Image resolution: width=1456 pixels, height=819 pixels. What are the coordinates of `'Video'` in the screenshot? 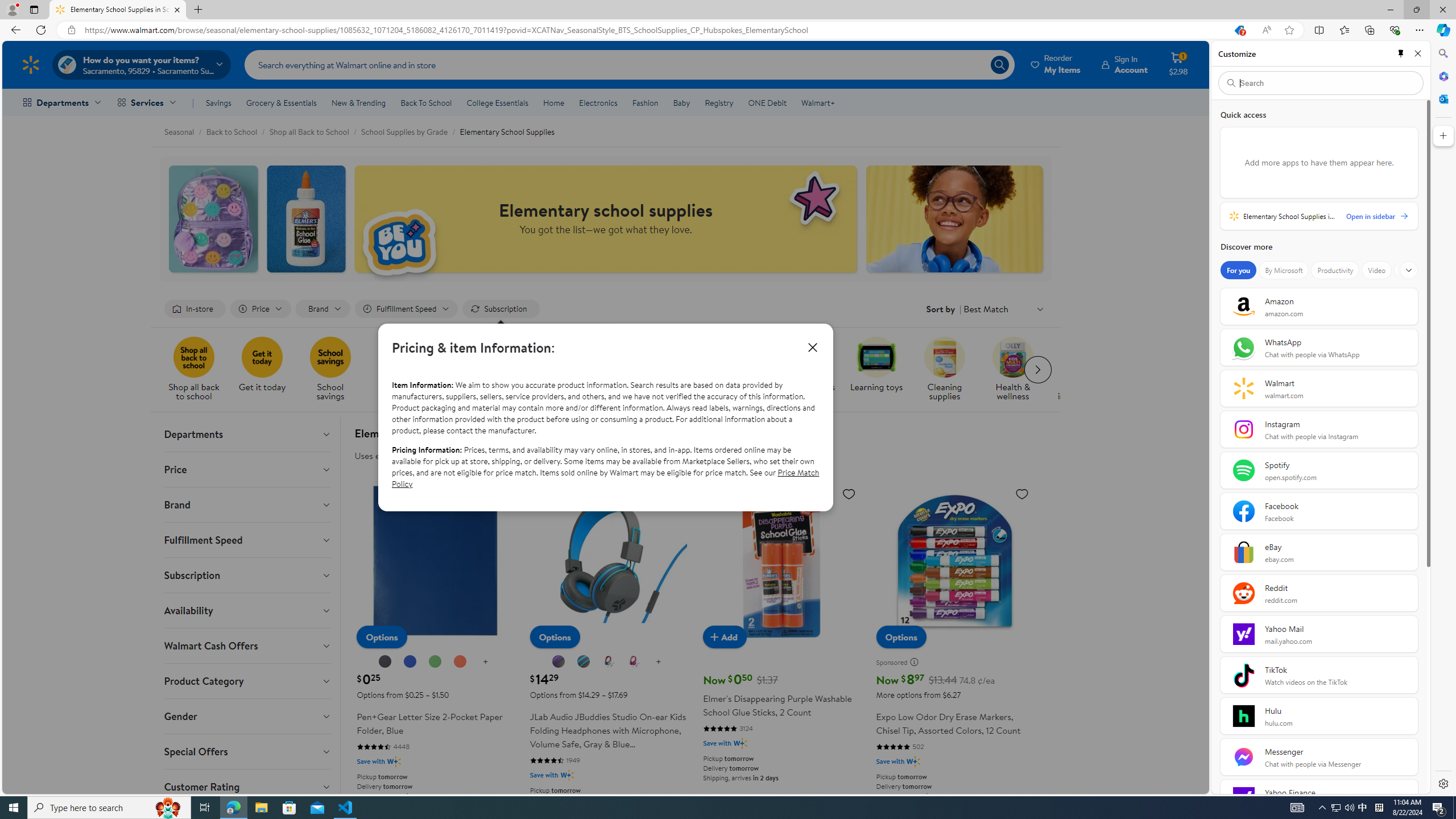 It's located at (1376, 270).